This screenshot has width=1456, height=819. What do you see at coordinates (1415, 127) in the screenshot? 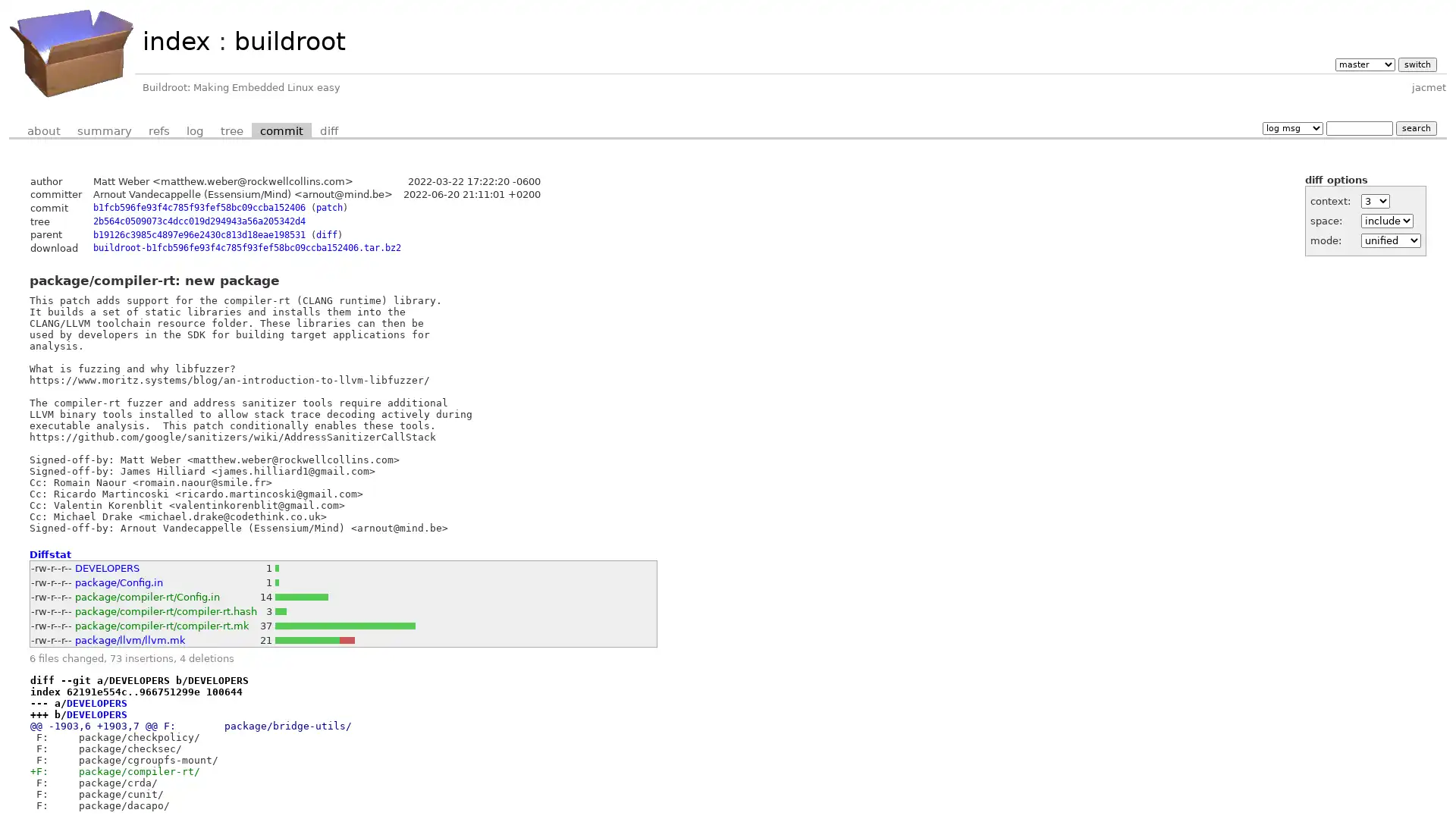
I see `search` at bounding box center [1415, 127].